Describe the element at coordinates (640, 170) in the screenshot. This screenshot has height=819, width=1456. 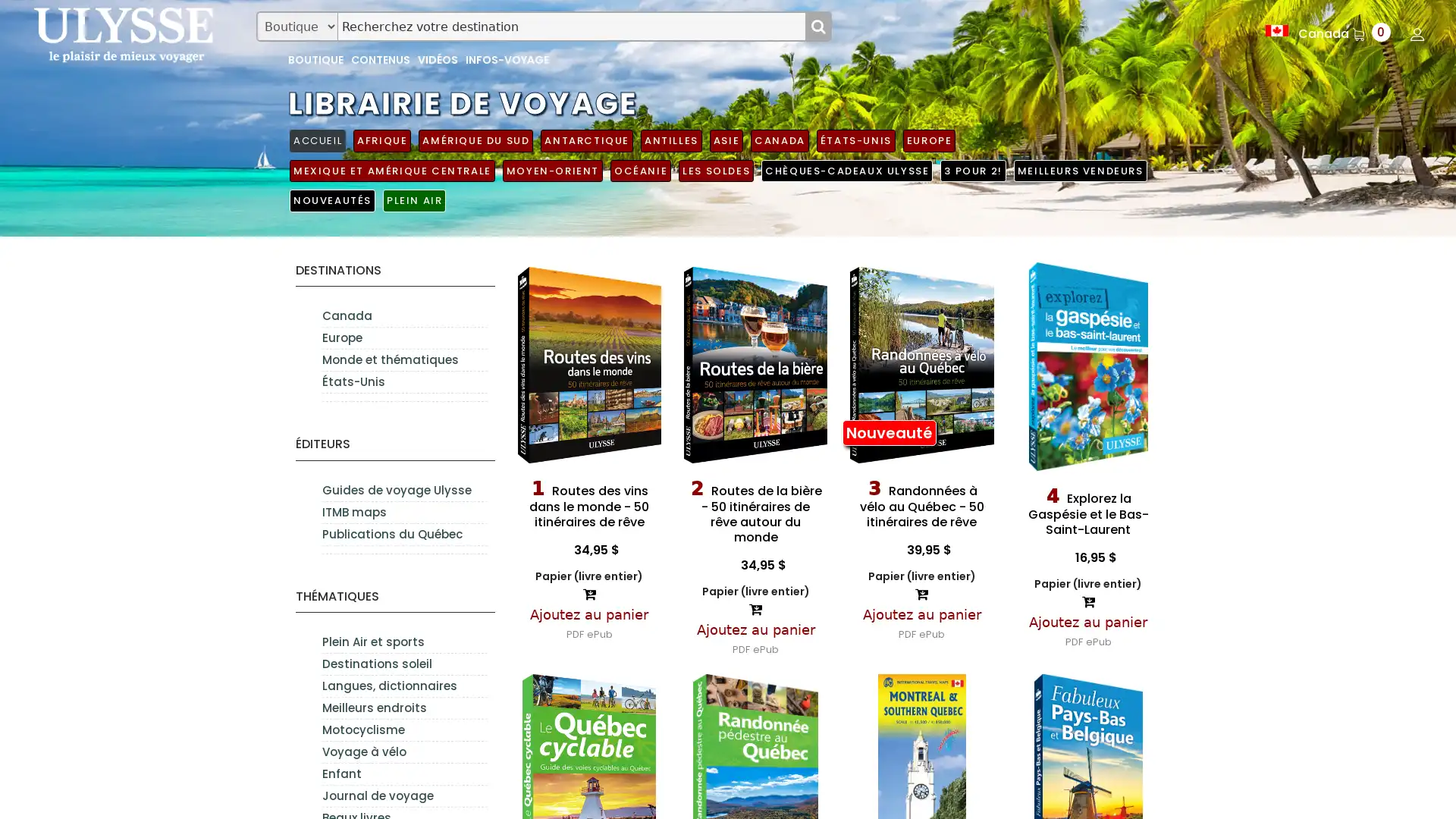
I see `OCEANIE` at that location.